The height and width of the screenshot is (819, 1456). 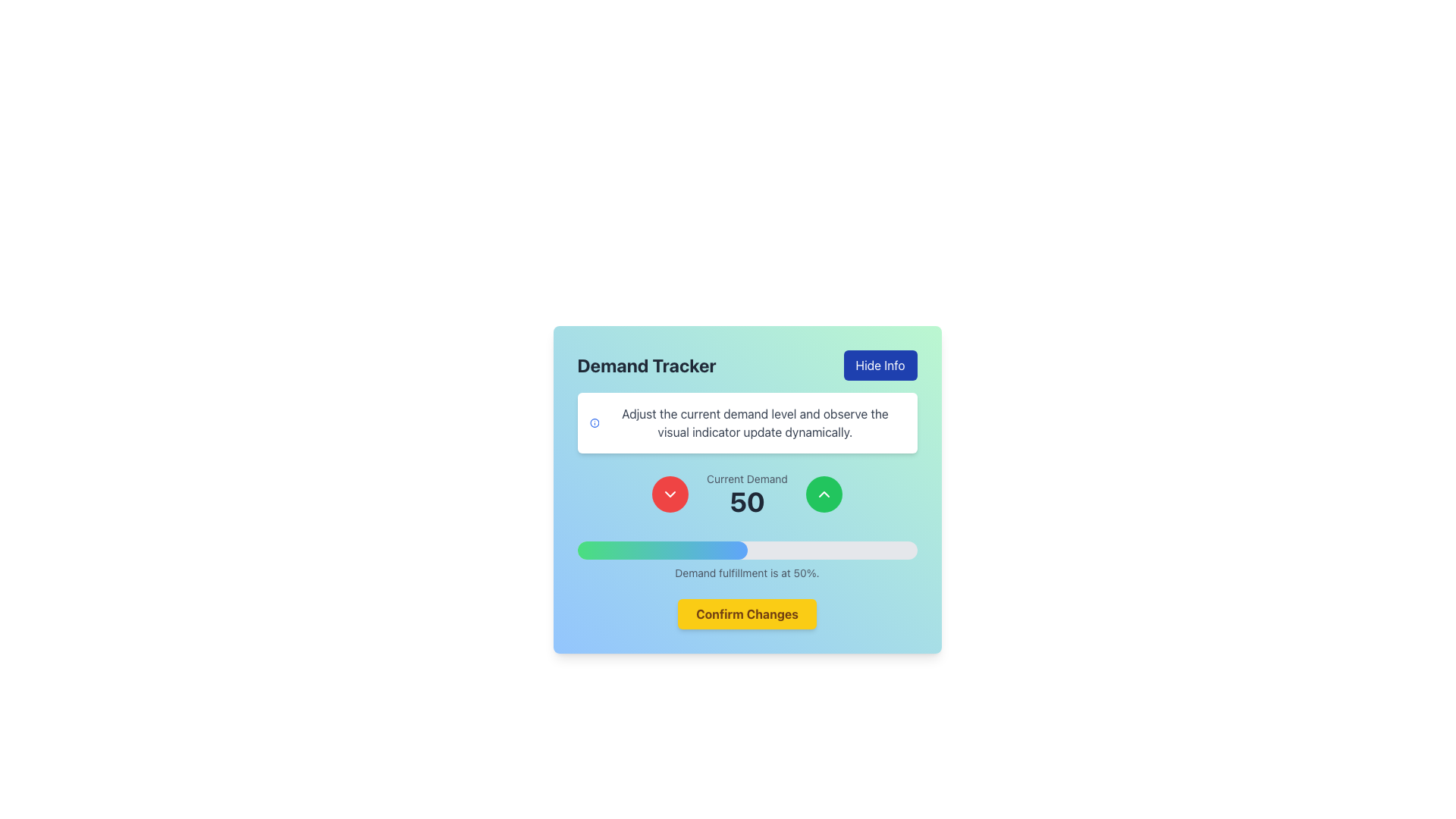 I want to click on the Static Text displaying 'Demand fulfillment is at 50%', which is styled with a gray font and positioned centrally below a progress bar, so click(x=747, y=573).